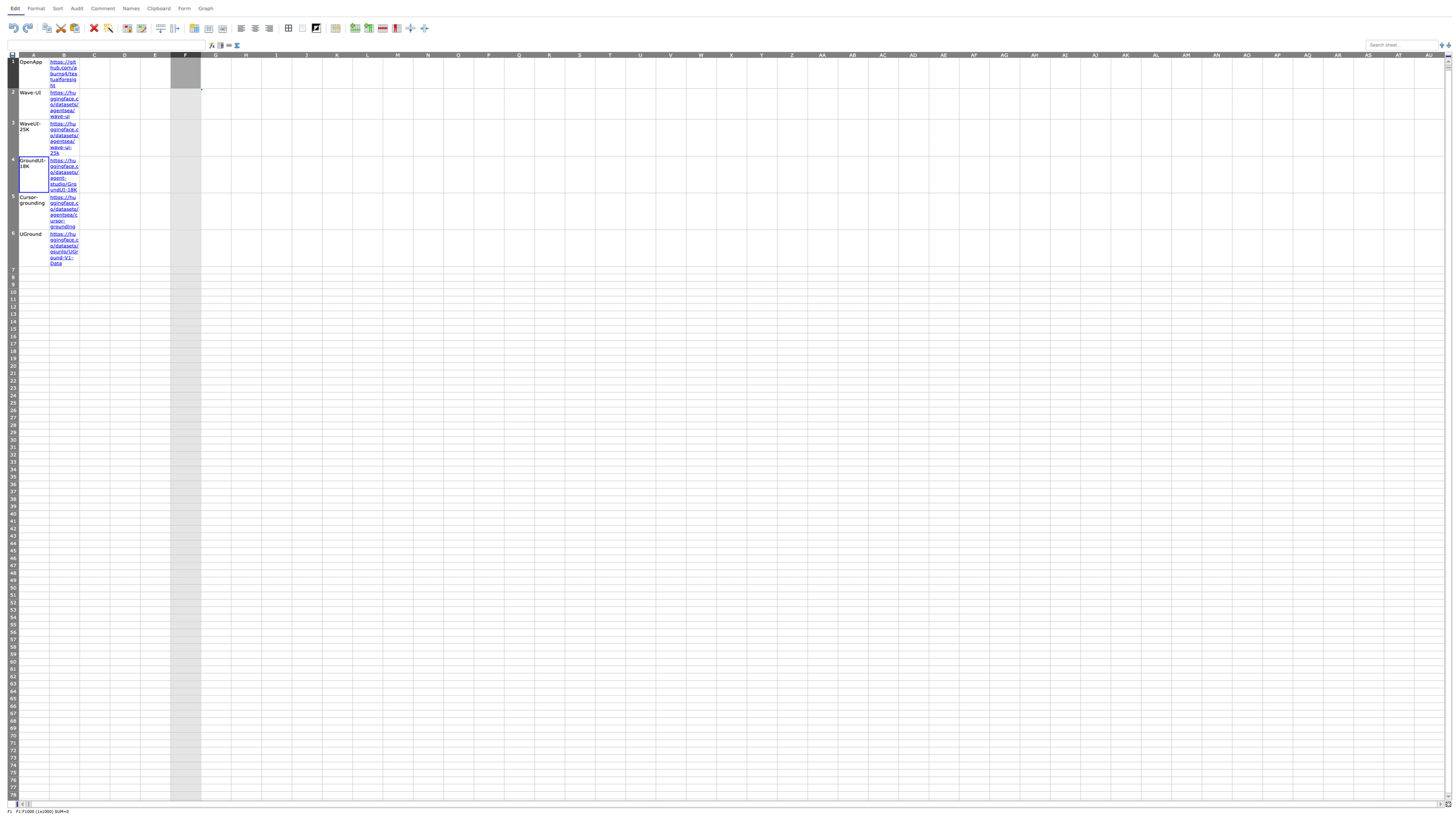  What do you see at coordinates (307, 54) in the screenshot?
I see `to activate column J` at bounding box center [307, 54].